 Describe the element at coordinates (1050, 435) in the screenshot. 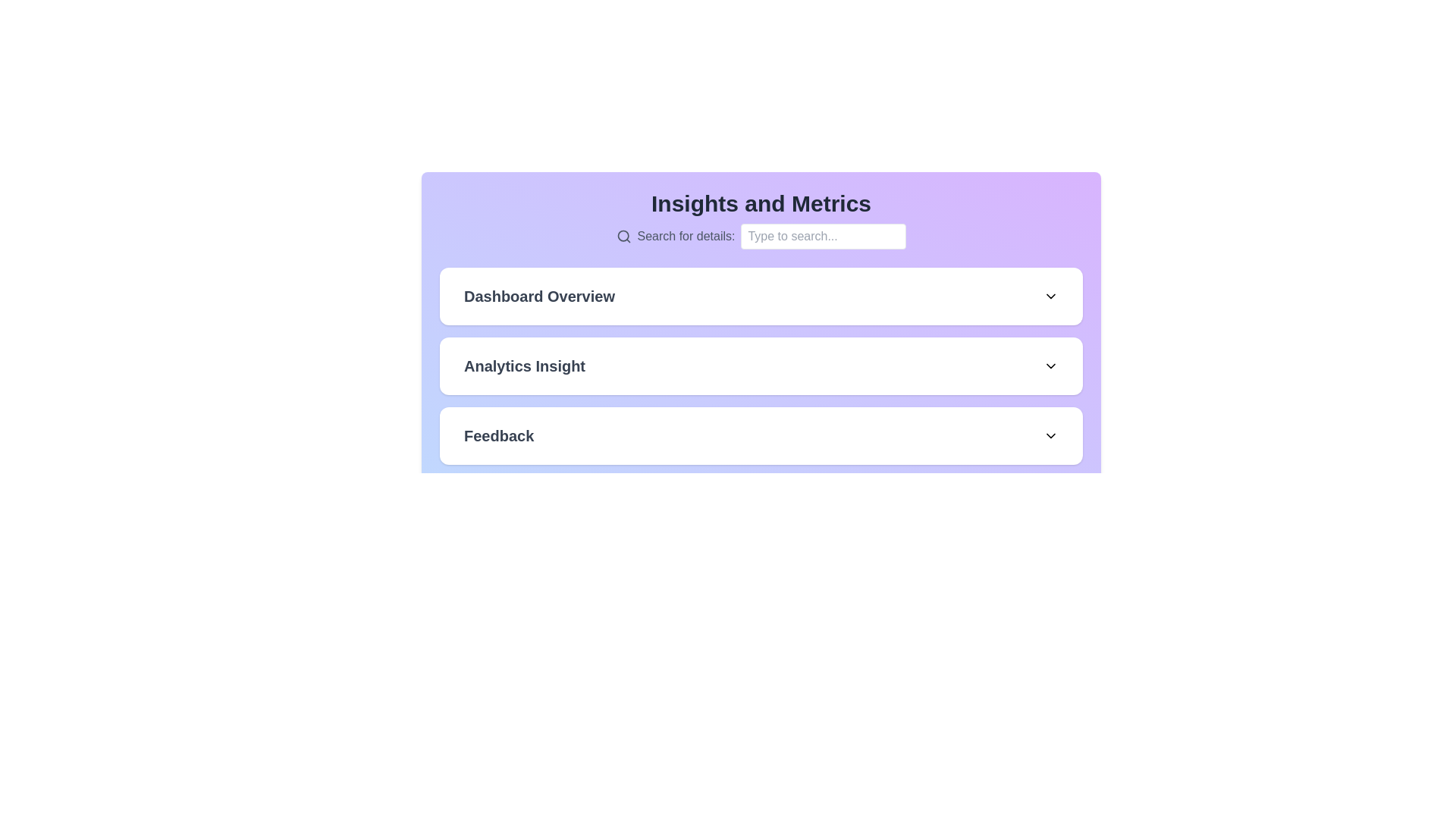

I see `the Chevron-down icon located on the right side of the 'Feedback' section` at that location.